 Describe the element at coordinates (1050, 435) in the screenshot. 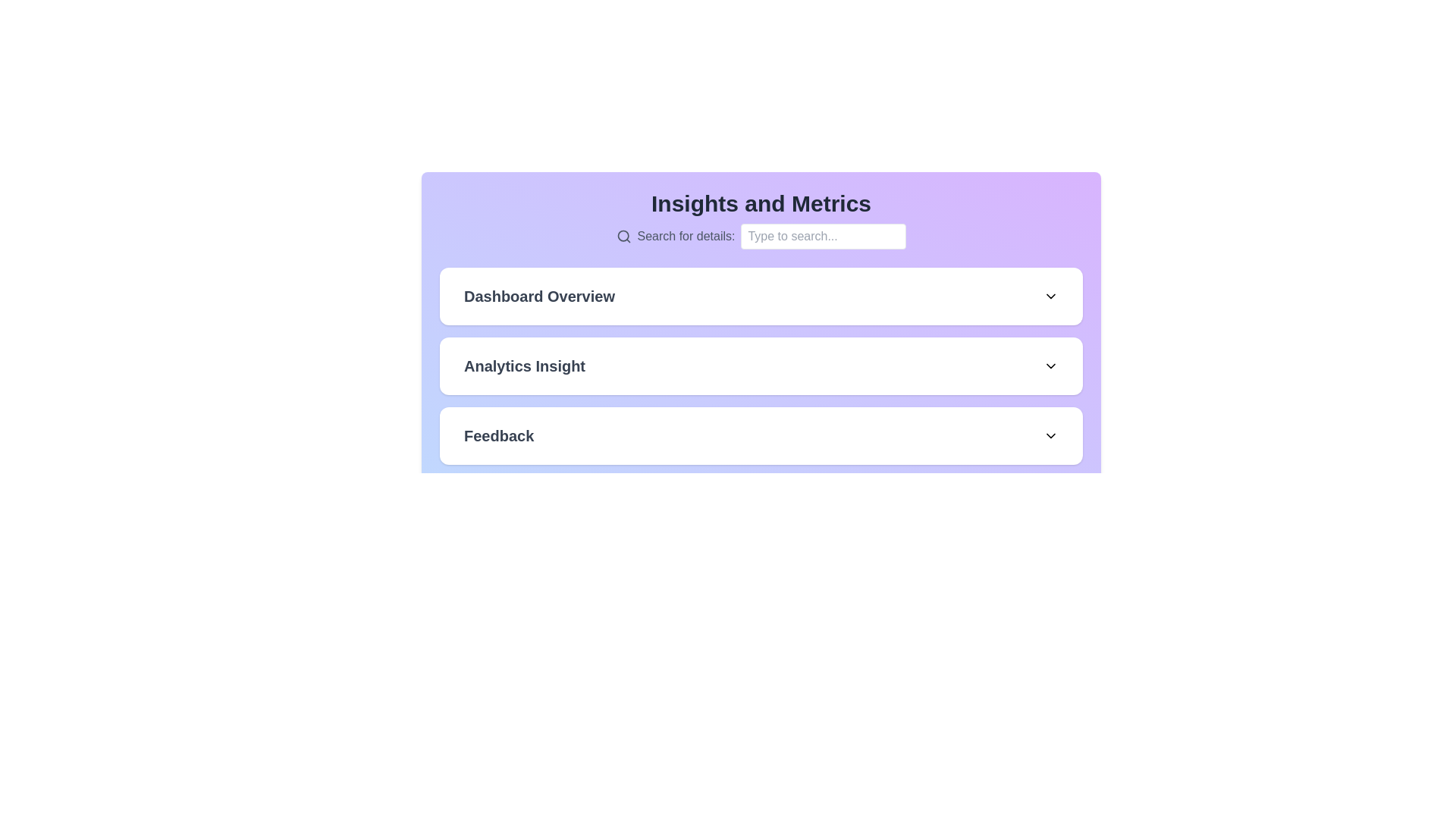

I see `the Chevron-down icon located on the right side of the 'Feedback' section` at that location.